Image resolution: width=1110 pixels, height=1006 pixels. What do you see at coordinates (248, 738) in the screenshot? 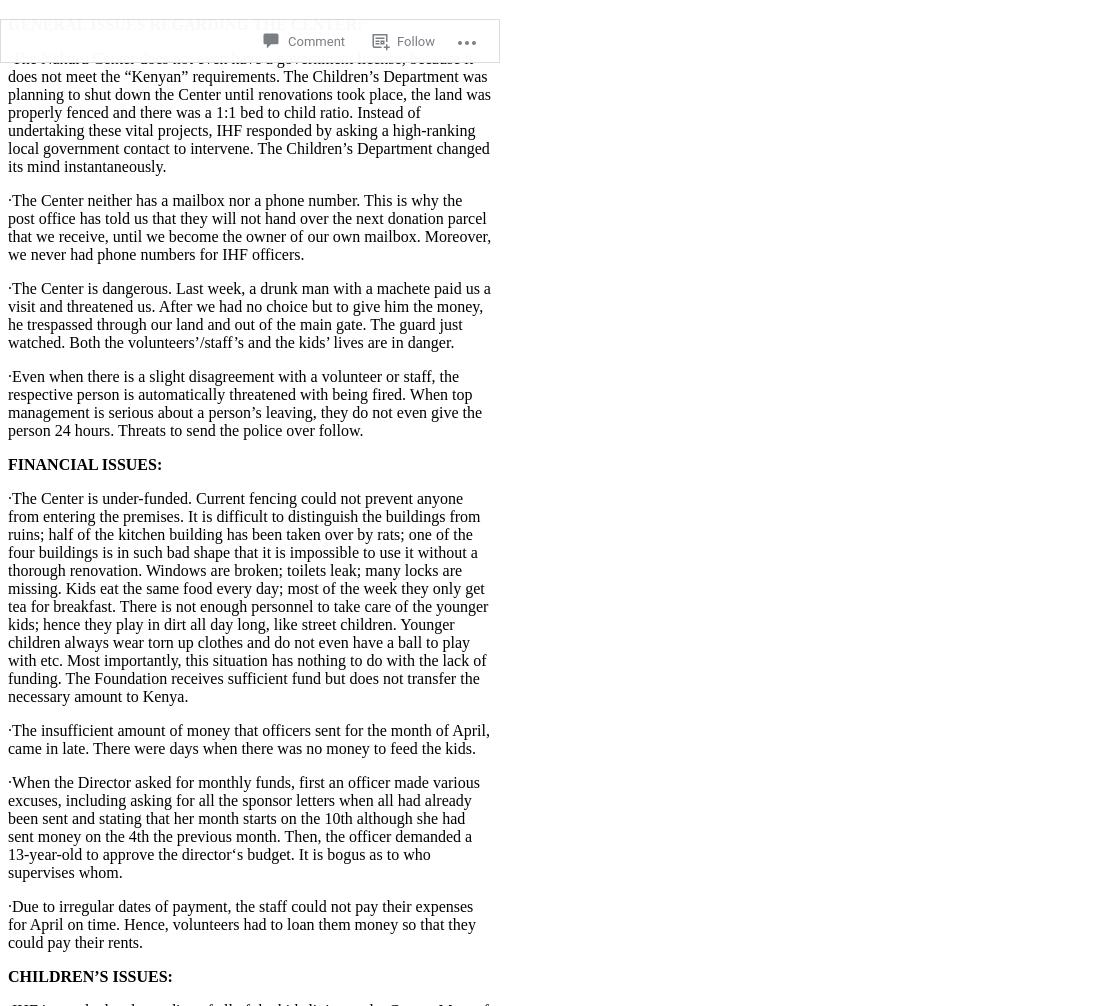
I see `'·The insufficient amount of money that officers sent for the month of April, came in late. There were days when there was no money to feed the kids.'` at bounding box center [248, 738].